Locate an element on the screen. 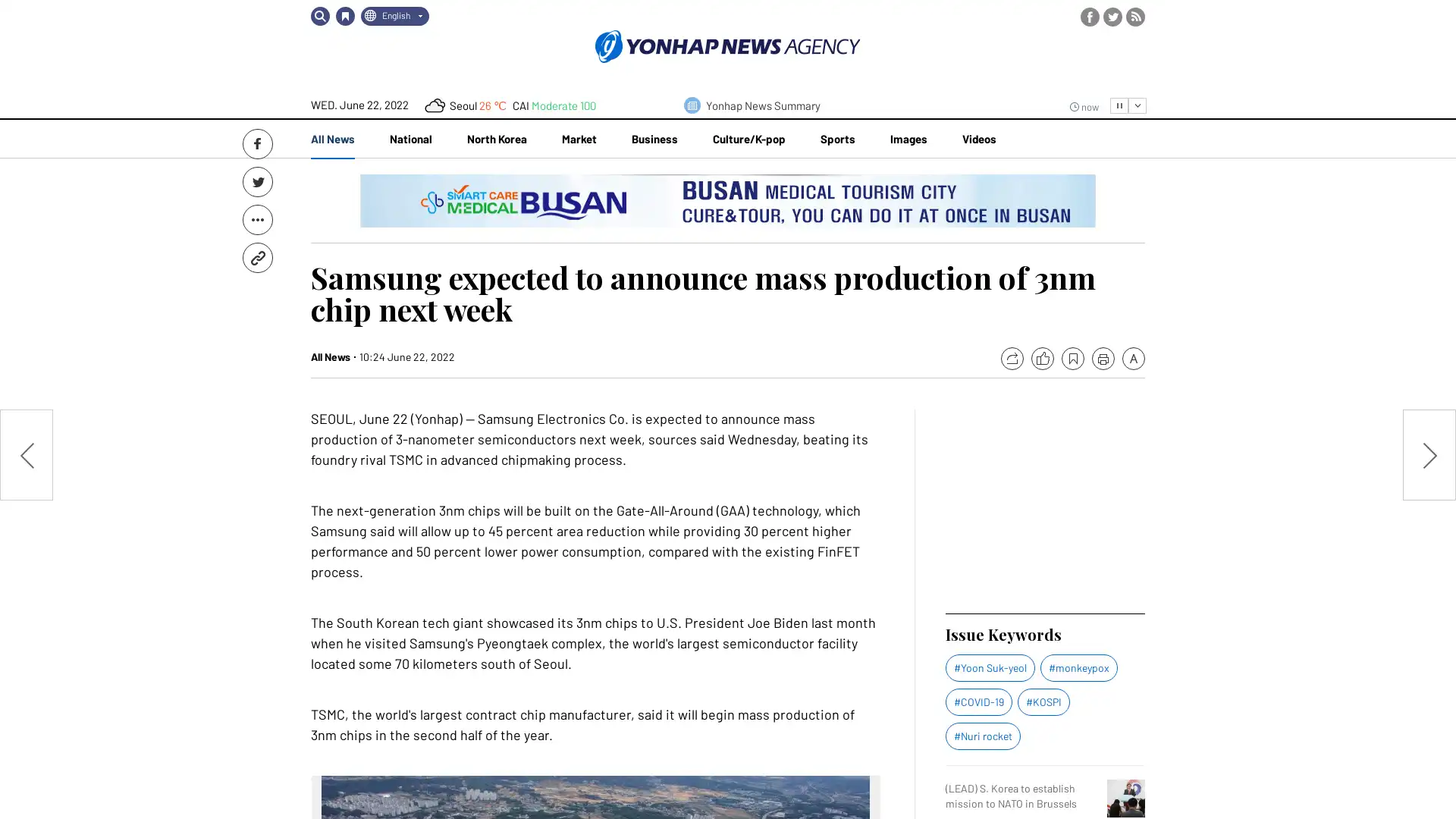 The image size is (1456, 819). History is located at coordinates (344, 16).